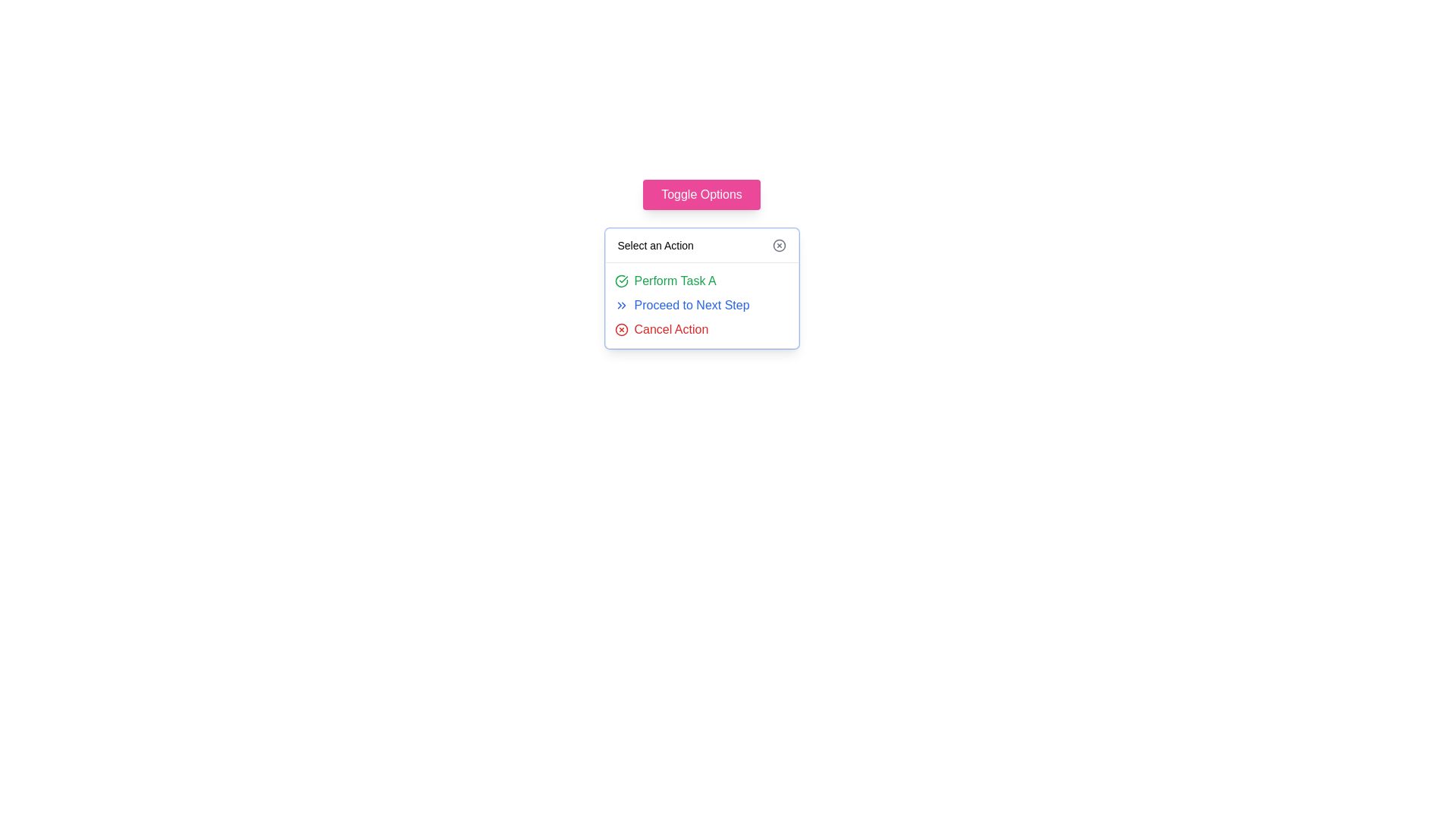 This screenshot has height=819, width=1456. I want to click on the bright pink 'Toggle Options' button with white text, so click(701, 194).